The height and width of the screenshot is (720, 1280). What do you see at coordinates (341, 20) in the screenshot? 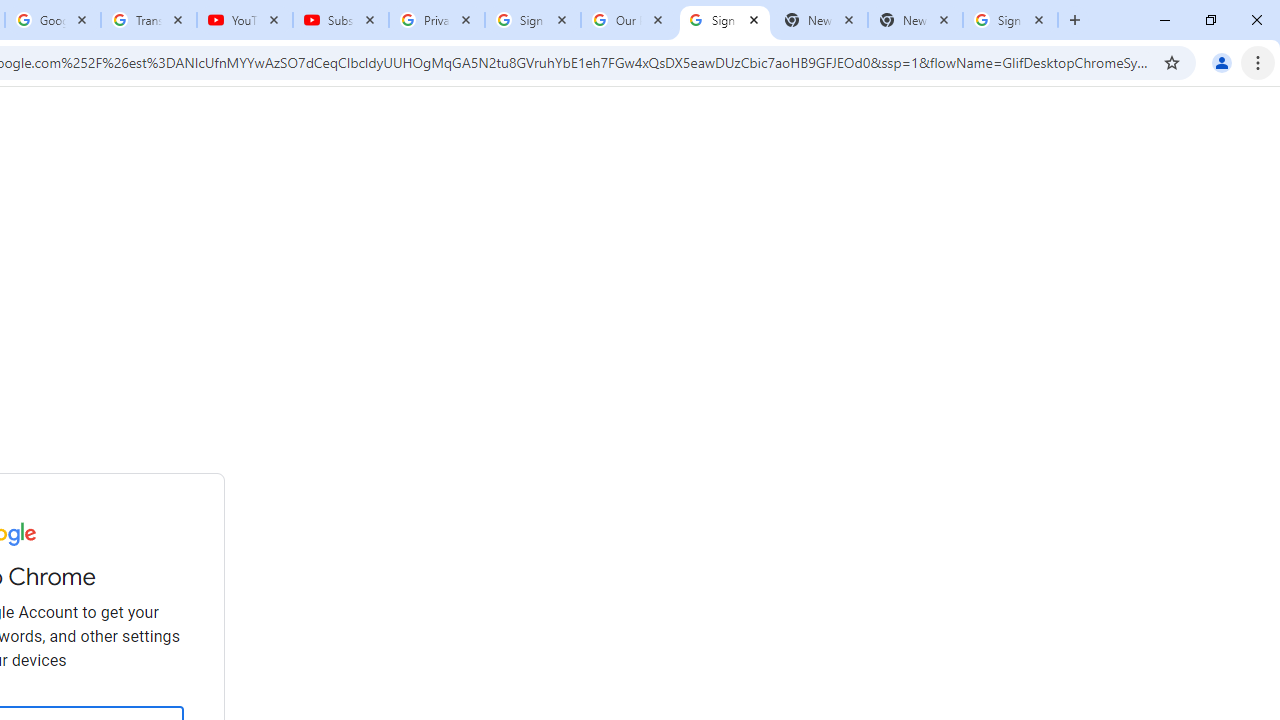
I see `'Subscriptions - YouTube'` at bounding box center [341, 20].